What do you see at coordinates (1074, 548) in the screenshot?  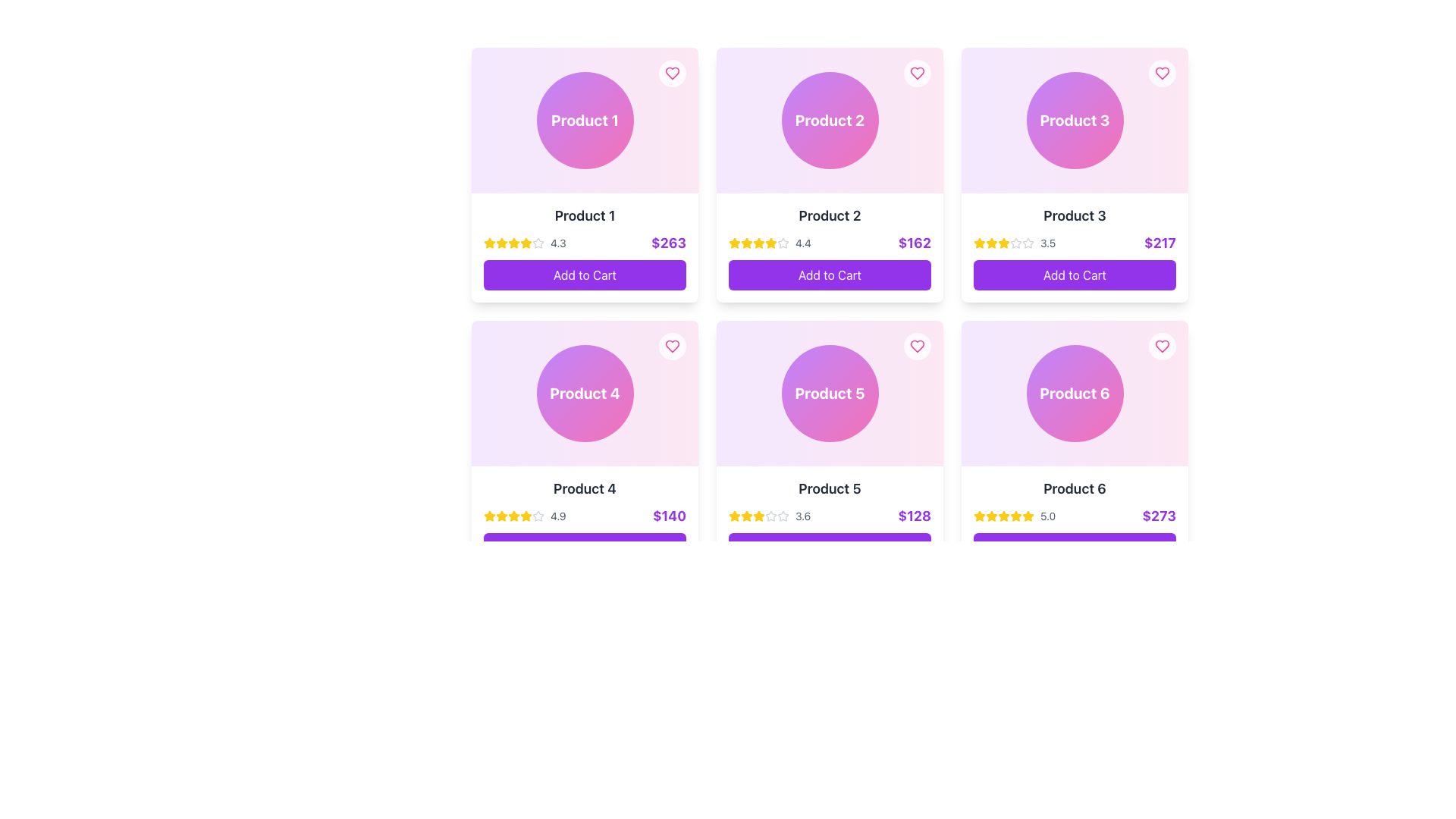 I see `the button that adds 'Product 6' to the shopping cart to observe the hover effect` at bounding box center [1074, 548].